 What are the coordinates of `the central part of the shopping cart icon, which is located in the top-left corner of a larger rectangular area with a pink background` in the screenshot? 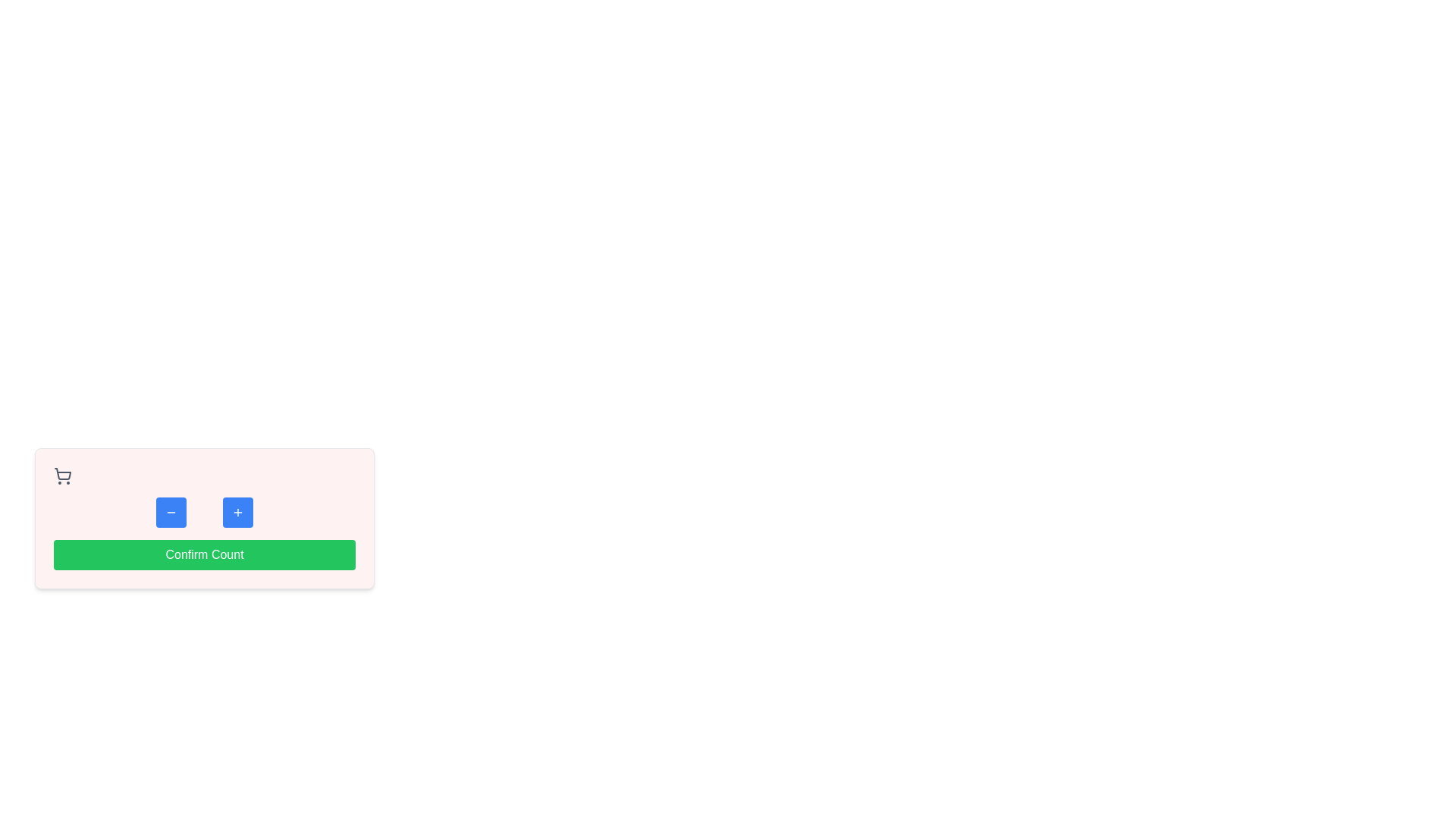 It's located at (62, 472).